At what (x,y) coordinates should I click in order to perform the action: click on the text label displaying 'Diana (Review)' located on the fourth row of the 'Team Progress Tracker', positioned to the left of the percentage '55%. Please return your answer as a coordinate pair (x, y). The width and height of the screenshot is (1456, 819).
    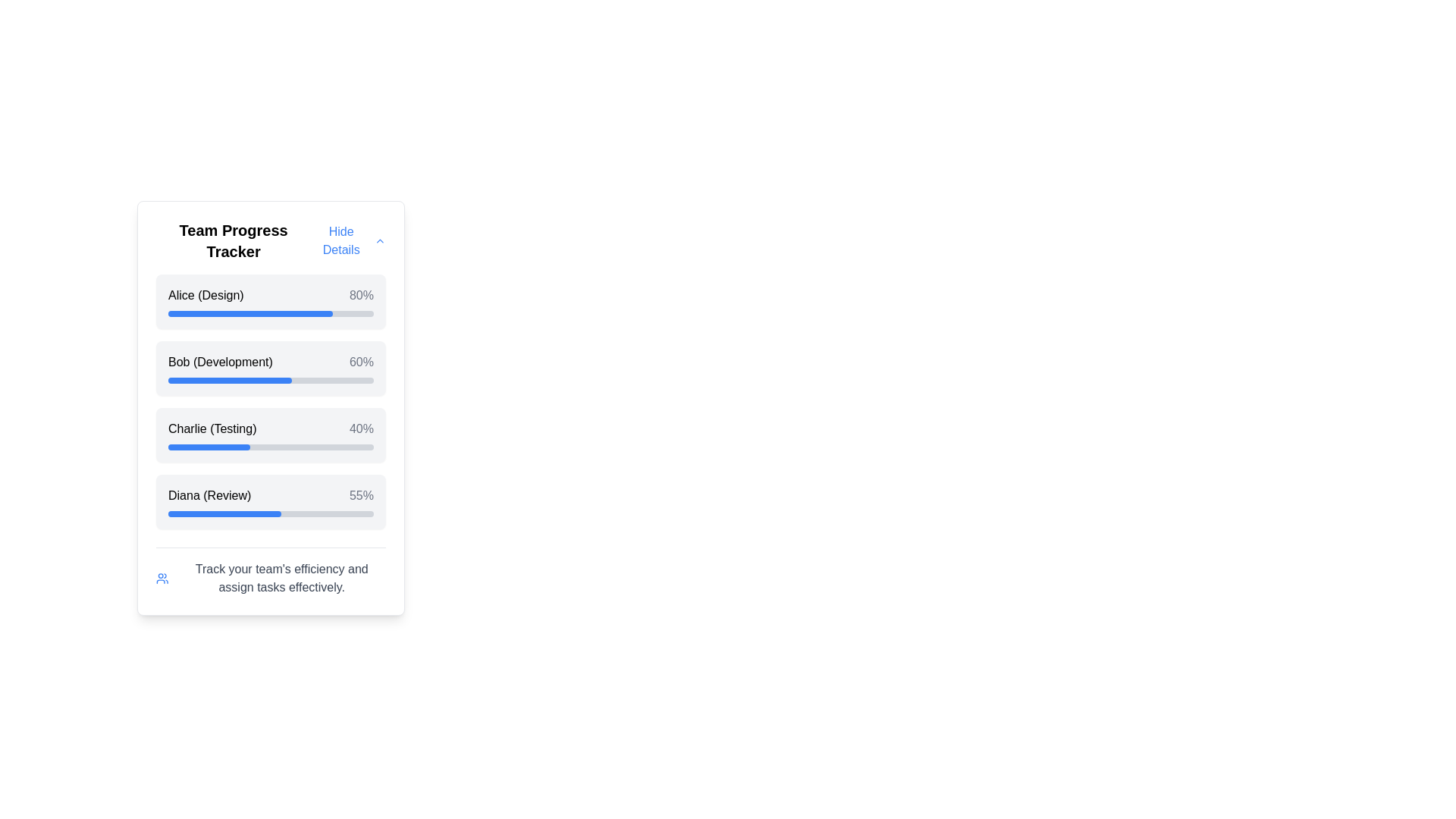
    Looking at the image, I should click on (209, 496).